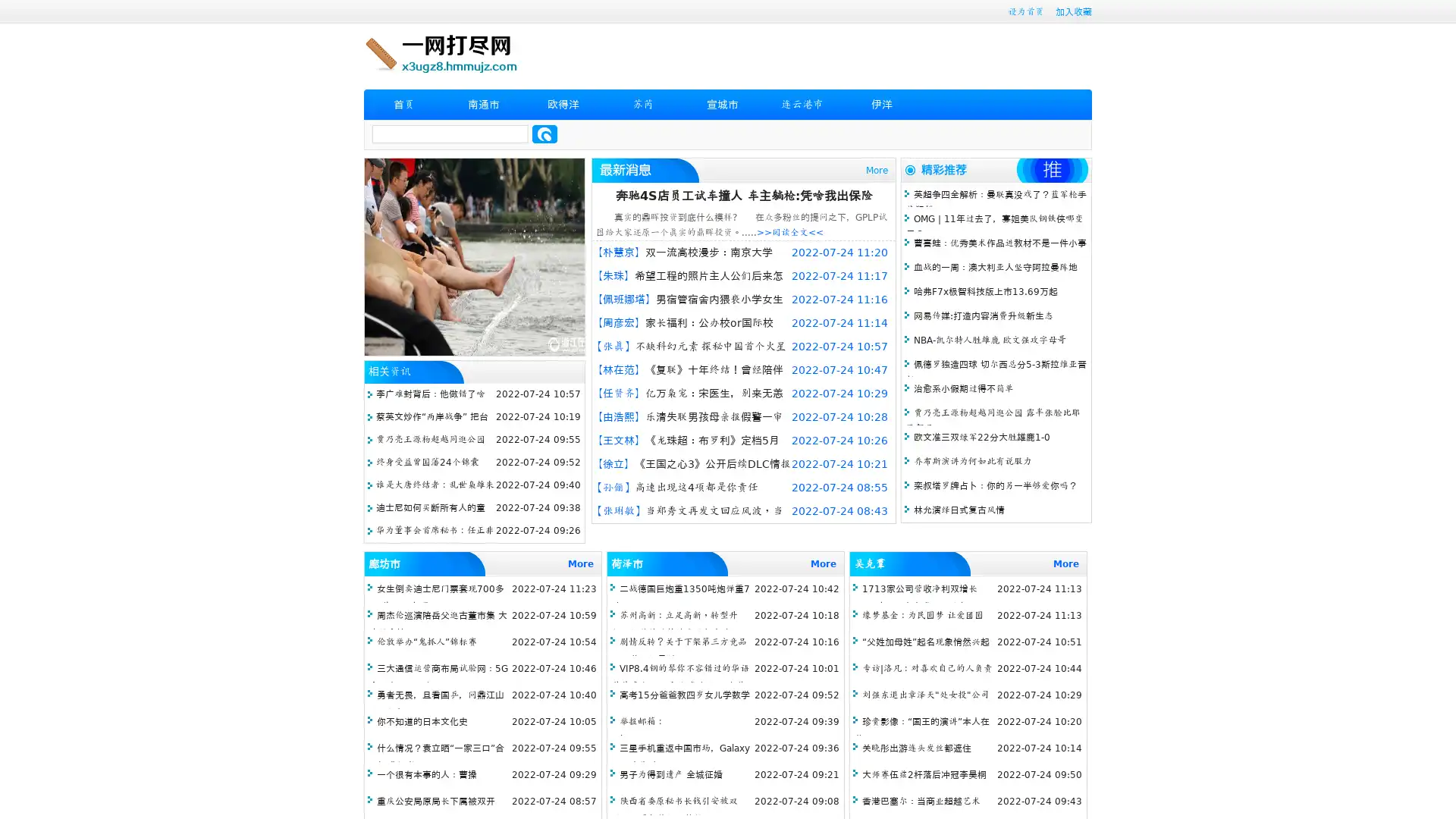  What do you see at coordinates (544, 133) in the screenshot?
I see `Search` at bounding box center [544, 133].